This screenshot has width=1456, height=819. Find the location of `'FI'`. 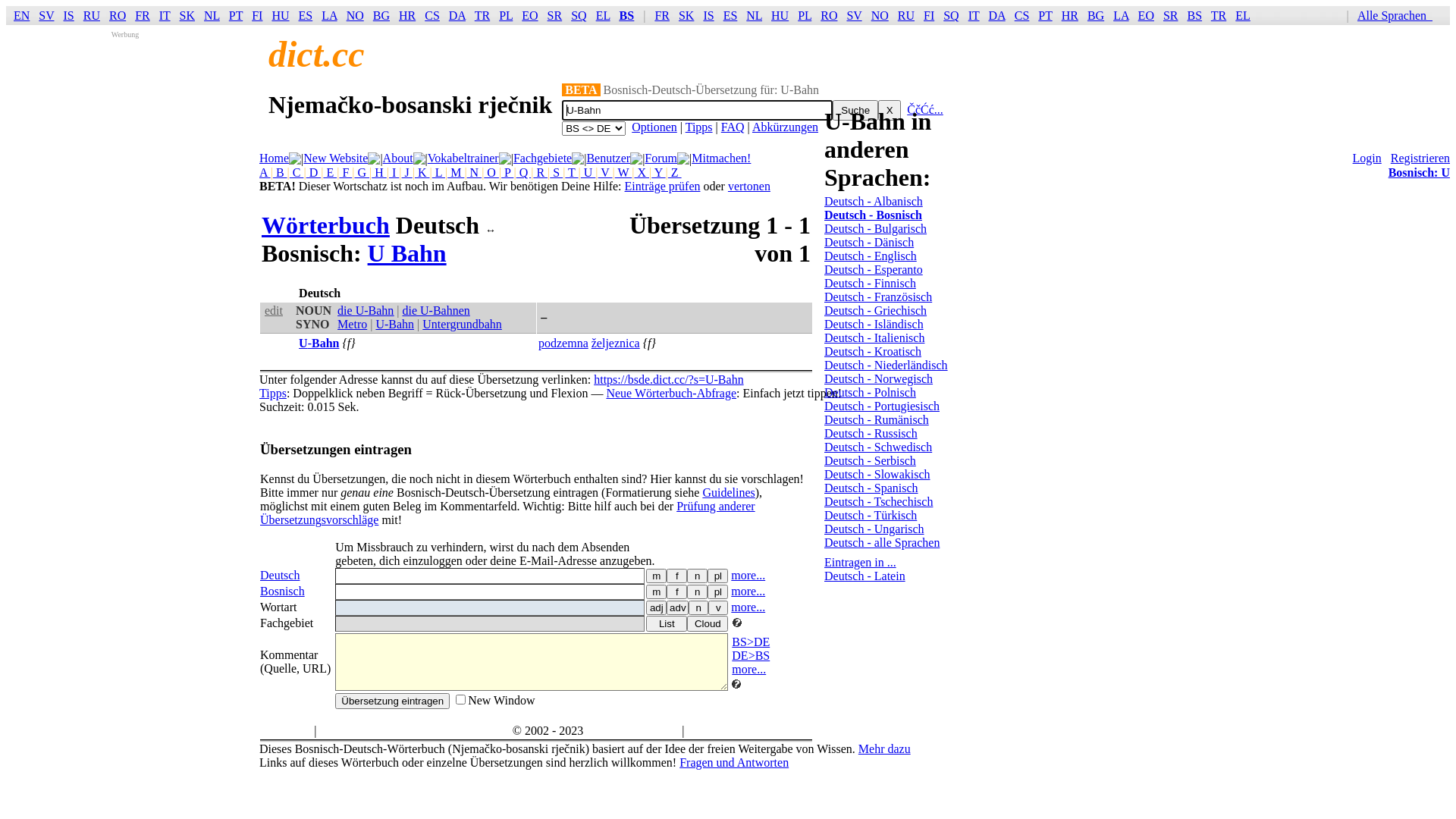

'FI' is located at coordinates (257, 15).